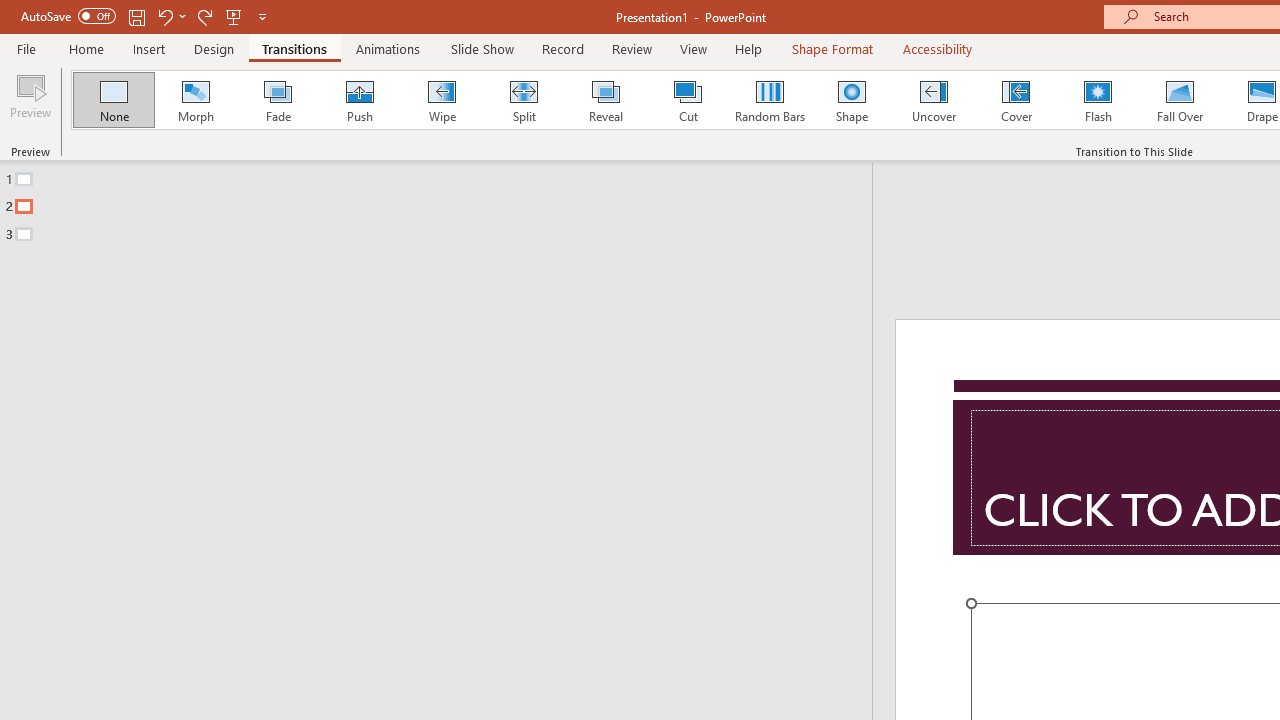  Describe the element at coordinates (1097, 100) in the screenshot. I see `'Flash'` at that location.